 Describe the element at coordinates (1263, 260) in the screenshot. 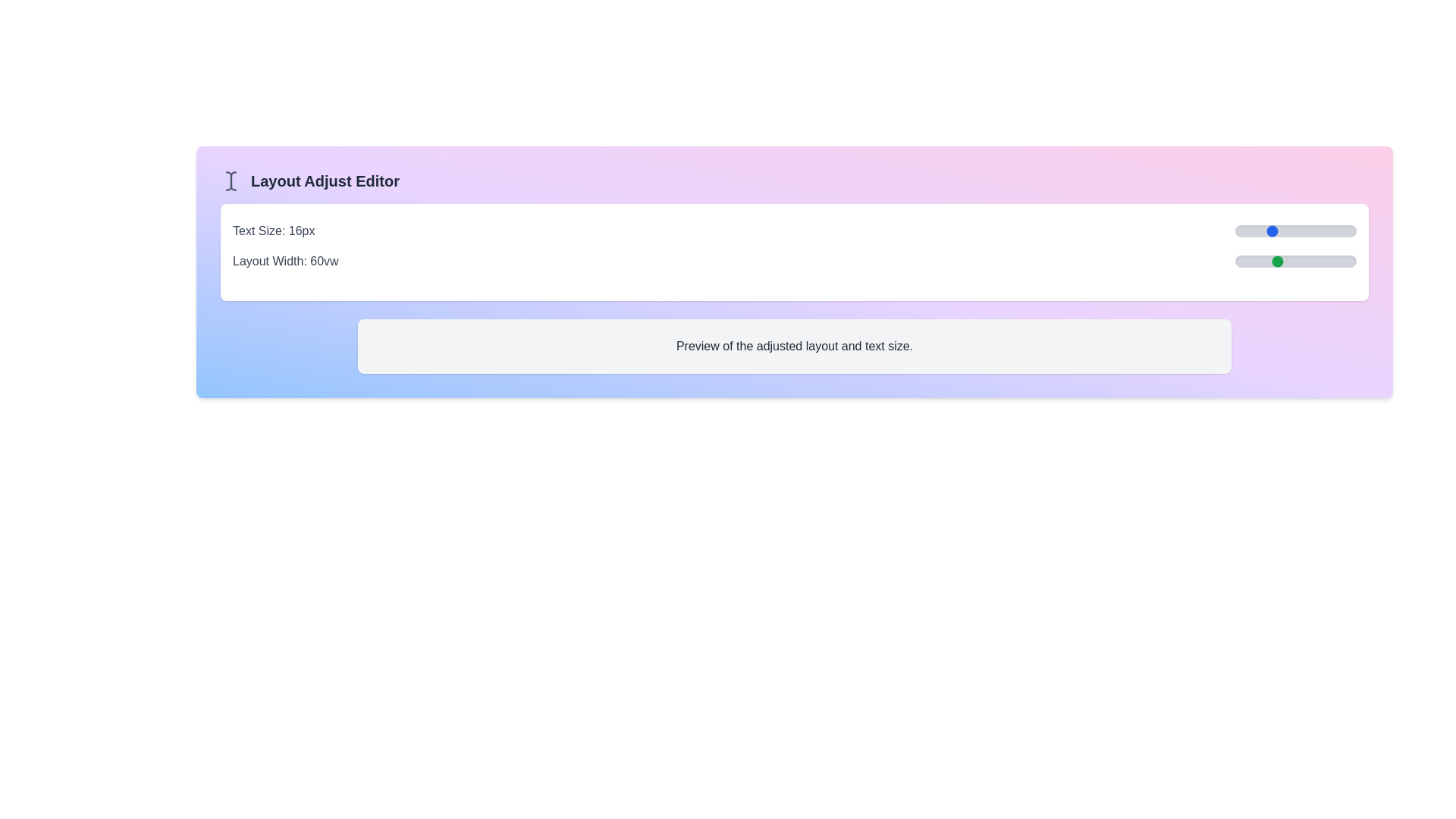

I see `the slider` at that location.